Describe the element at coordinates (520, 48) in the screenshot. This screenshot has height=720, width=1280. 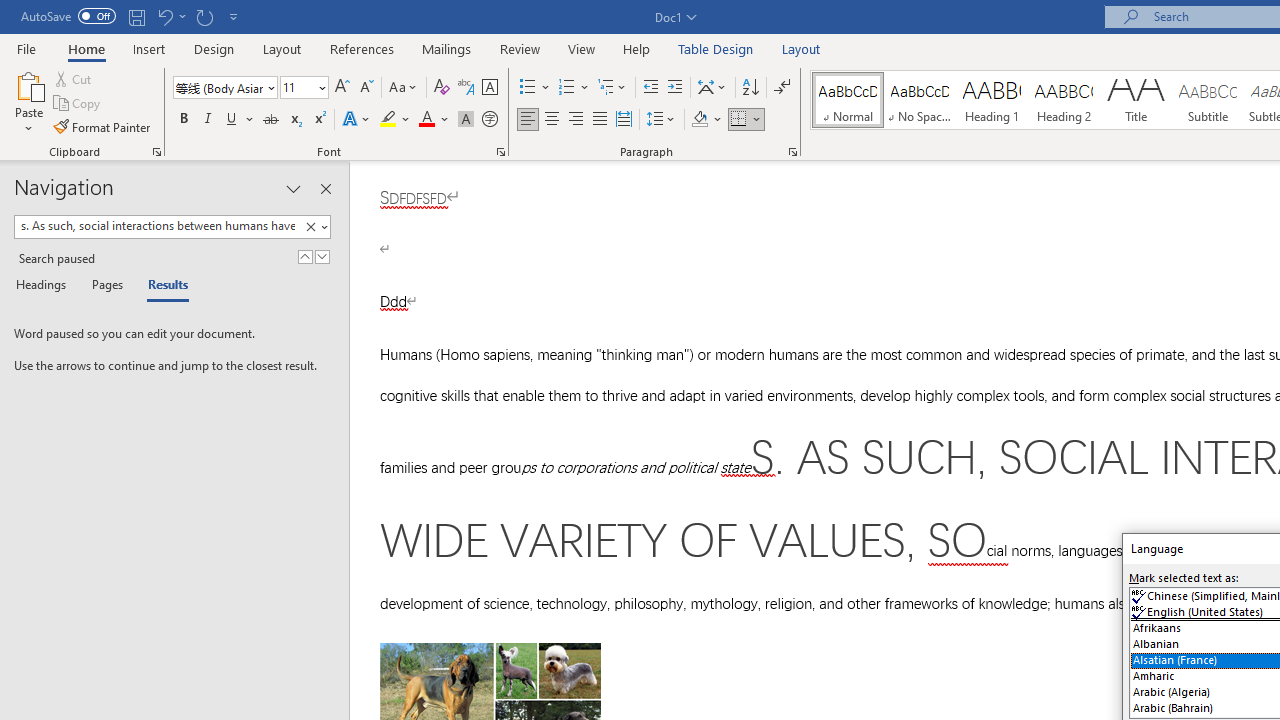
I see `'Review'` at that location.